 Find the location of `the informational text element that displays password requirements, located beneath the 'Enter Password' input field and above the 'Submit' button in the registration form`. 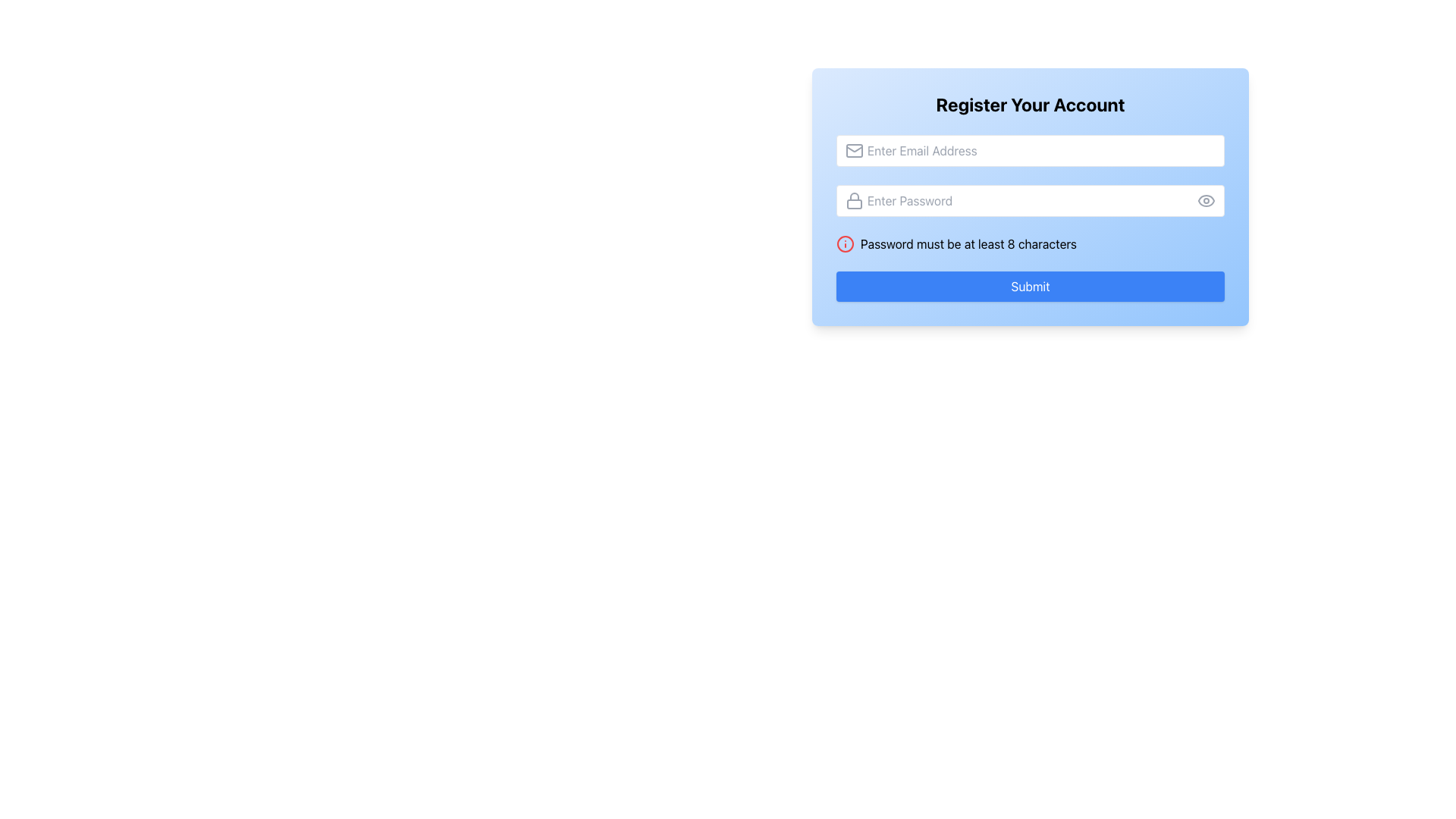

the informational text element that displays password requirements, located beneath the 'Enter Password' input field and above the 'Submit' button in the registration form is located at coordinates (1030, 243).